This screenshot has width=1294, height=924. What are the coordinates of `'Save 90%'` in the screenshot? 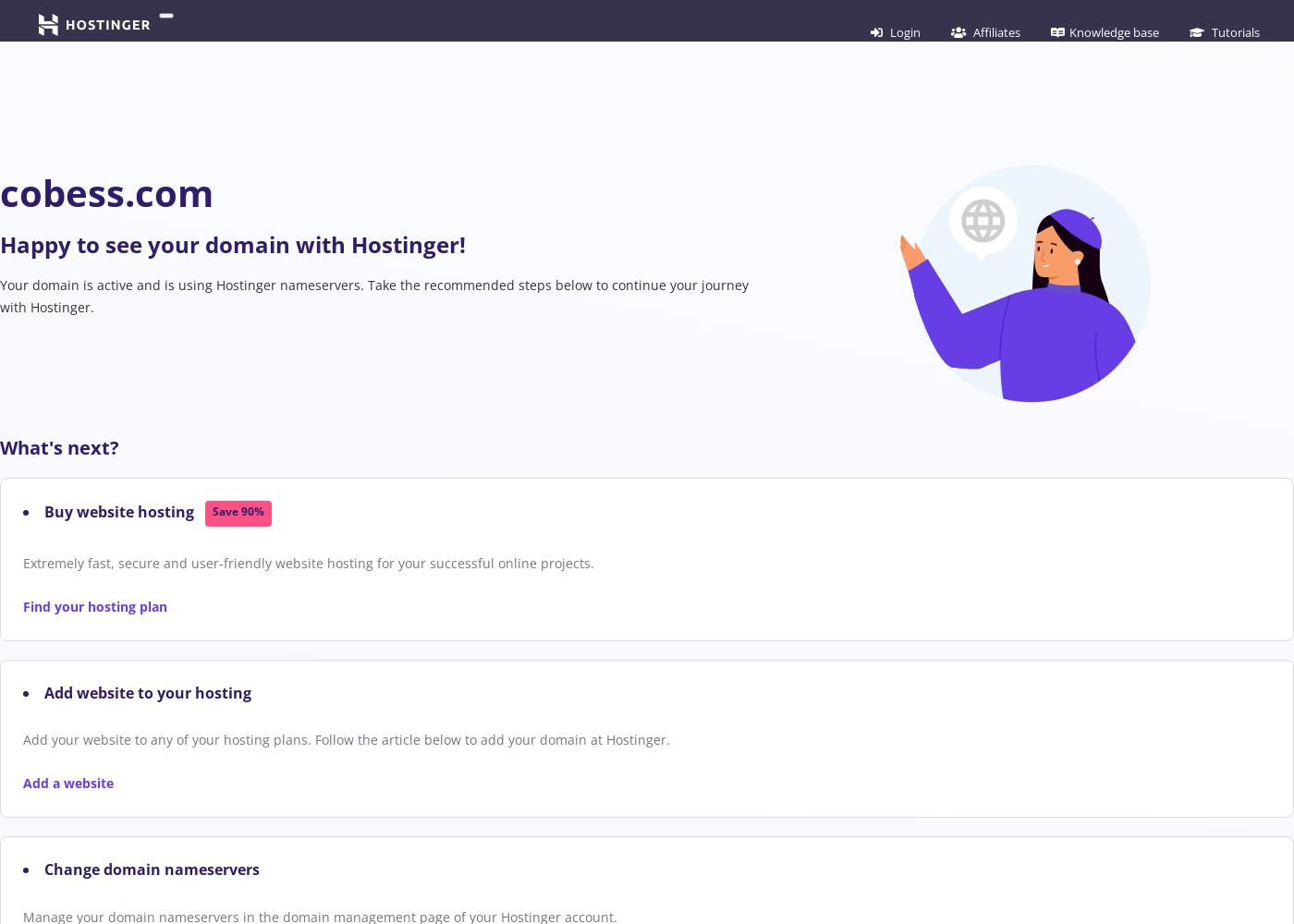 It's located at (213, 511).